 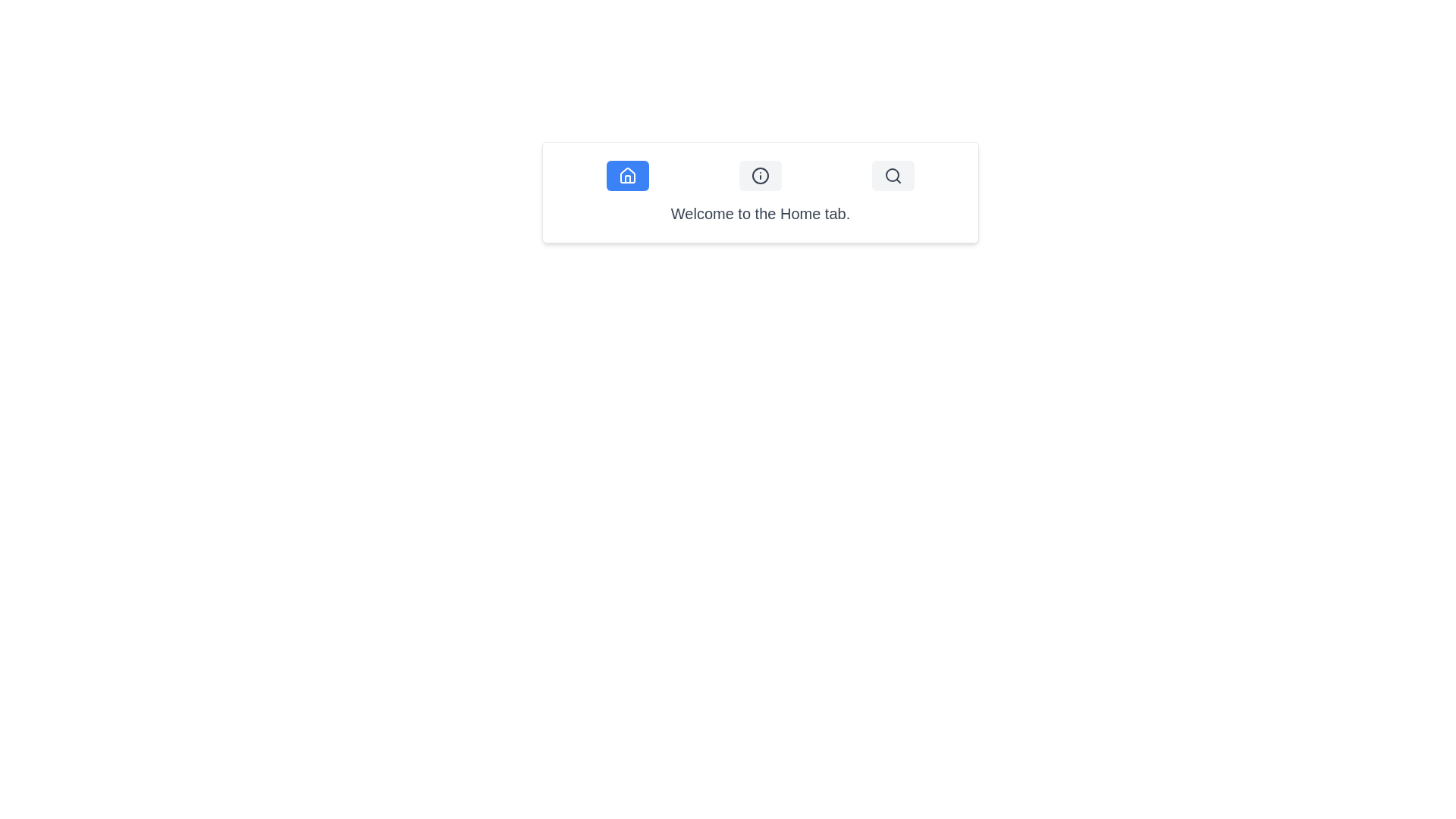 I want to click on the magnifying glass icon, which is the rightmost icon among three horizontally aligned icons, so click(x=893, y=174).